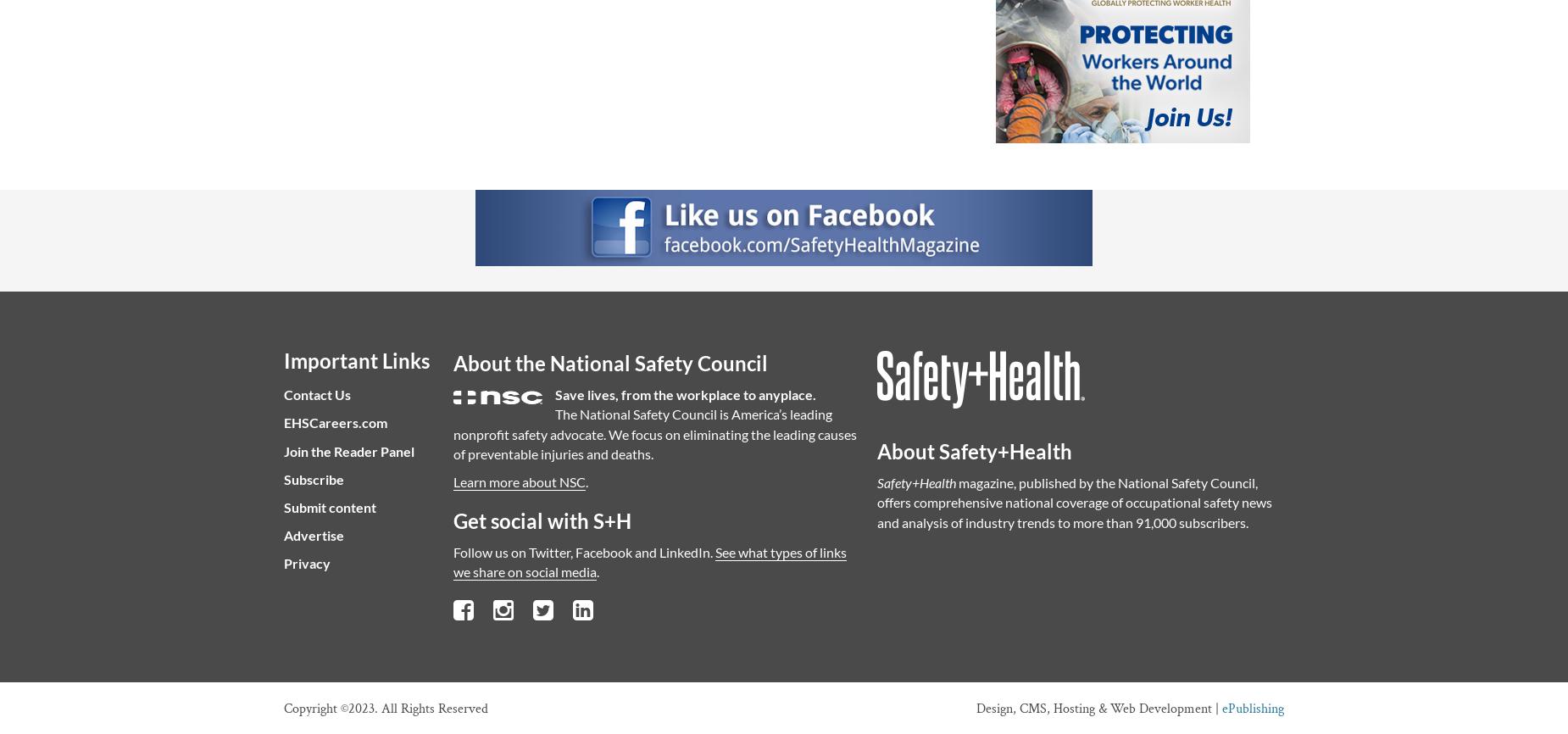  What do you see at coordinates (313, 478) in the screenshot?
I see `'Subscribe'` at bounding box center [313, 478].